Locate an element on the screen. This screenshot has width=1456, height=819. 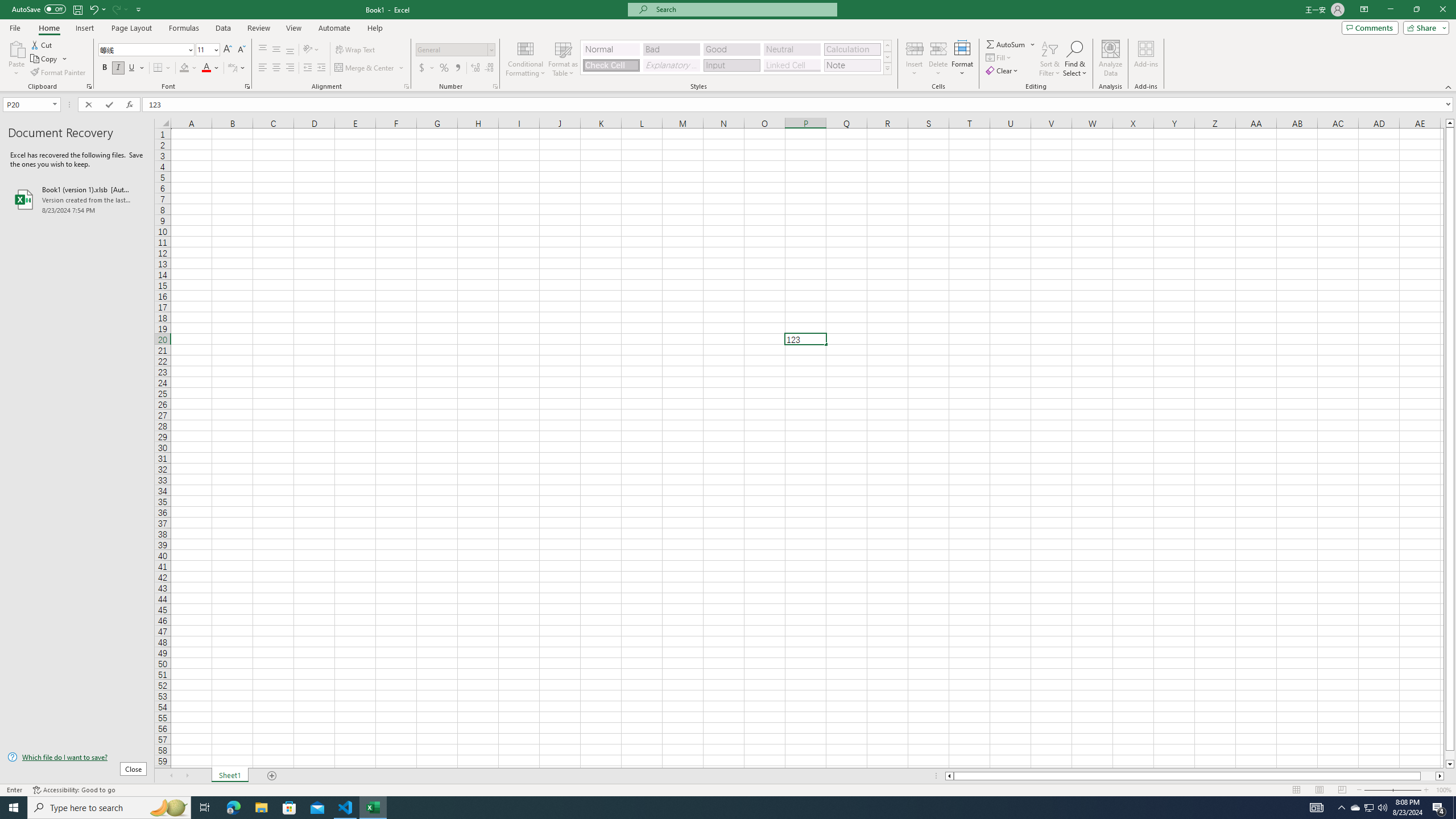
'Column left' is located at coordinates (948, 775).